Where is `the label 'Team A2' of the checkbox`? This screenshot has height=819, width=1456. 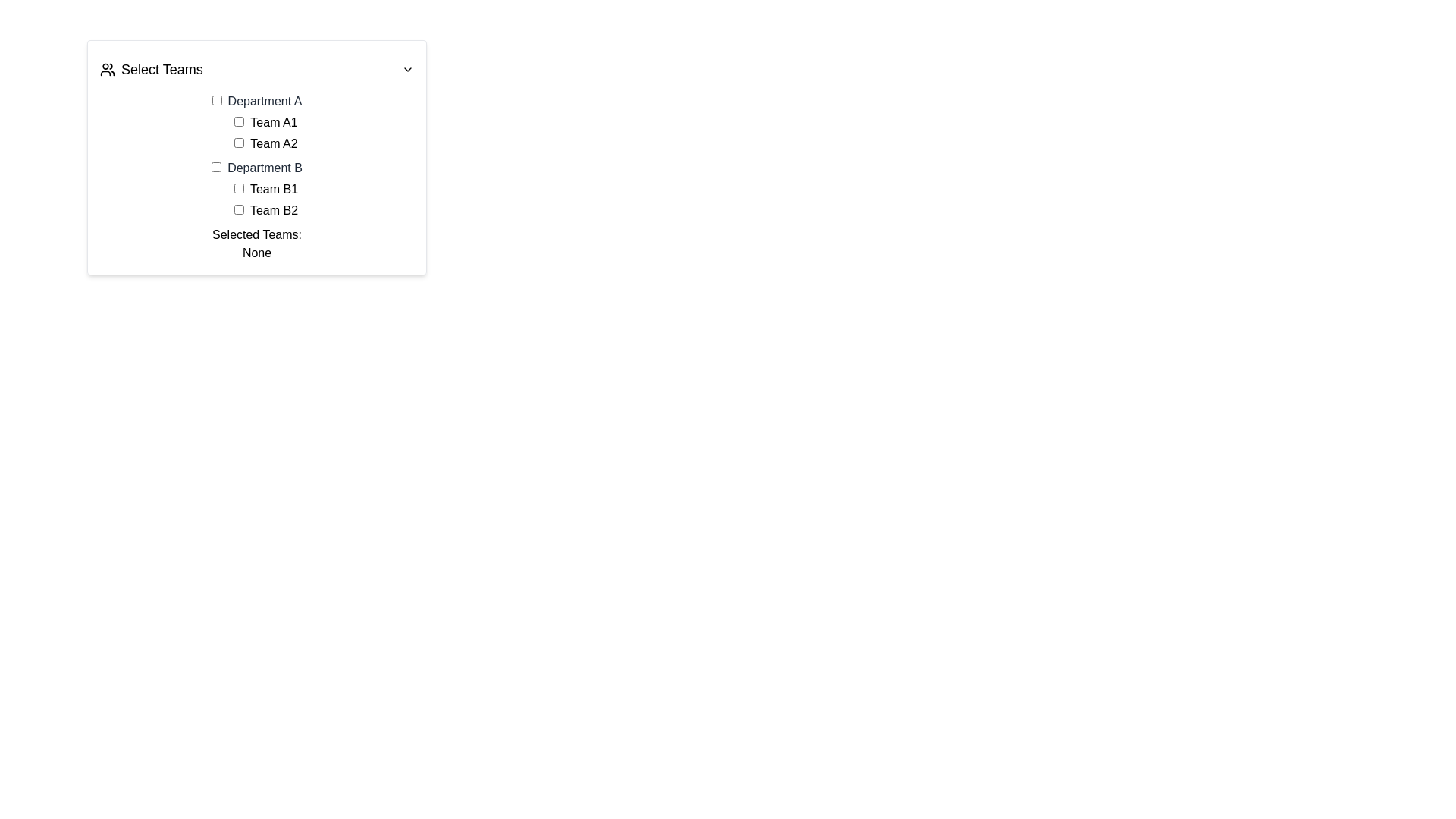
the label 'Team A2' of the checkbox is located at coordinates (265, 143).